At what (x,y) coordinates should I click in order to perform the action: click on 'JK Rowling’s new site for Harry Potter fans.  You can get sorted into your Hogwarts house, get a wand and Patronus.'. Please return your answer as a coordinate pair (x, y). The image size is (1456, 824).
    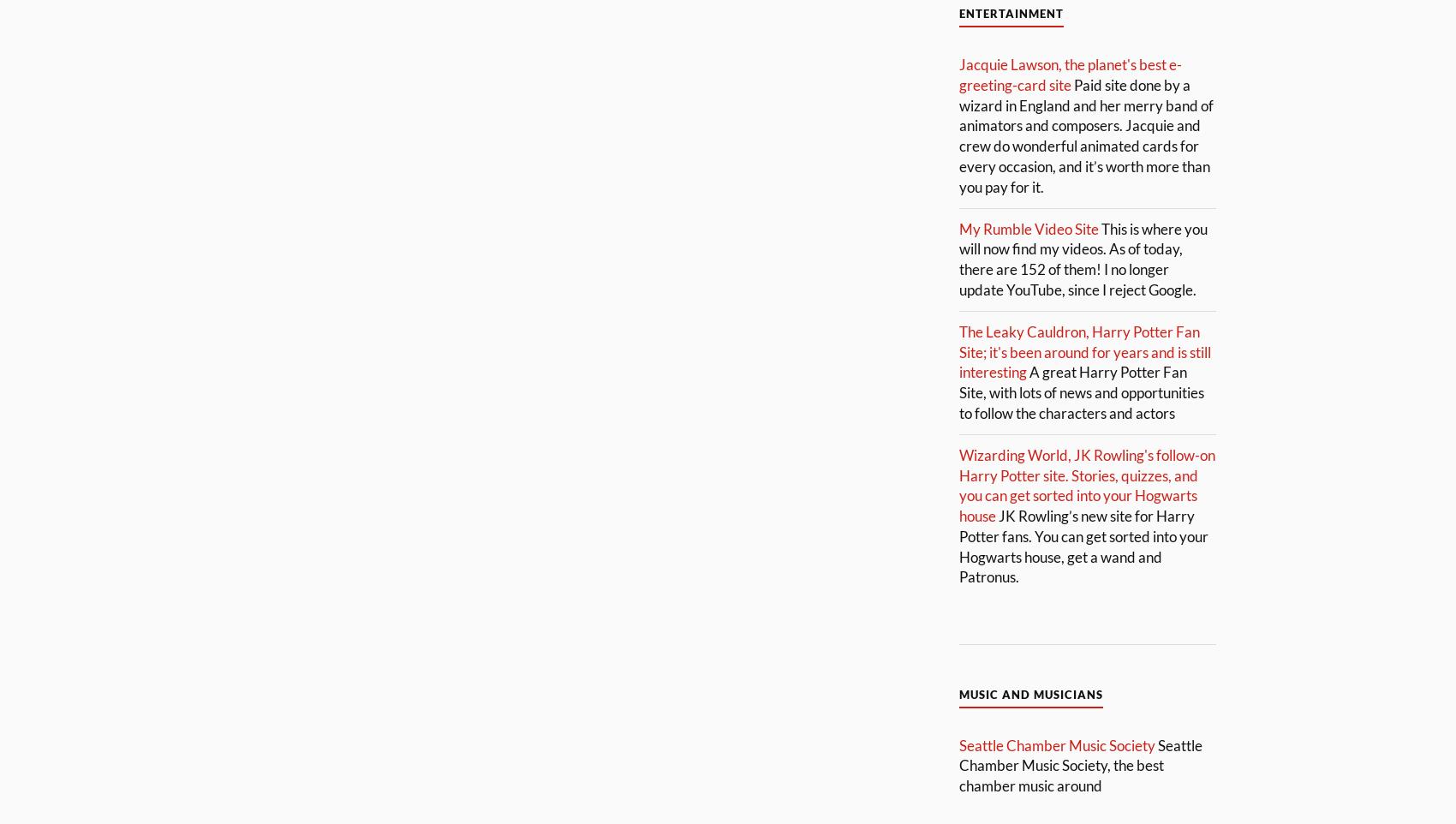
    Looking at the image, I should click on (958, 546).